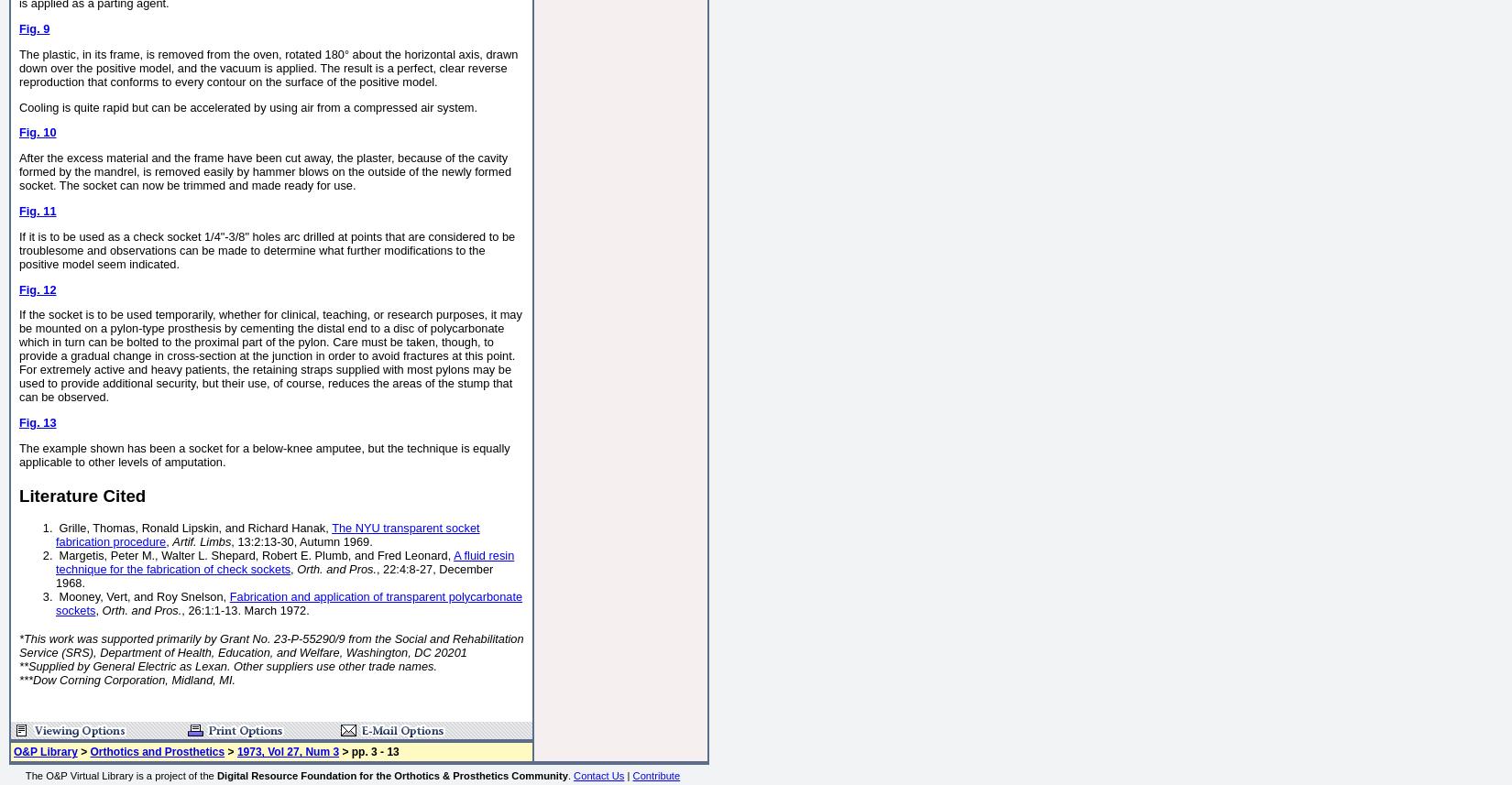  Describe the element at coordinates (193, 527) in the screenshot. I see `'Grille, Thomas, Ronald Lipskin, and Richard Hanak,'` at that location.